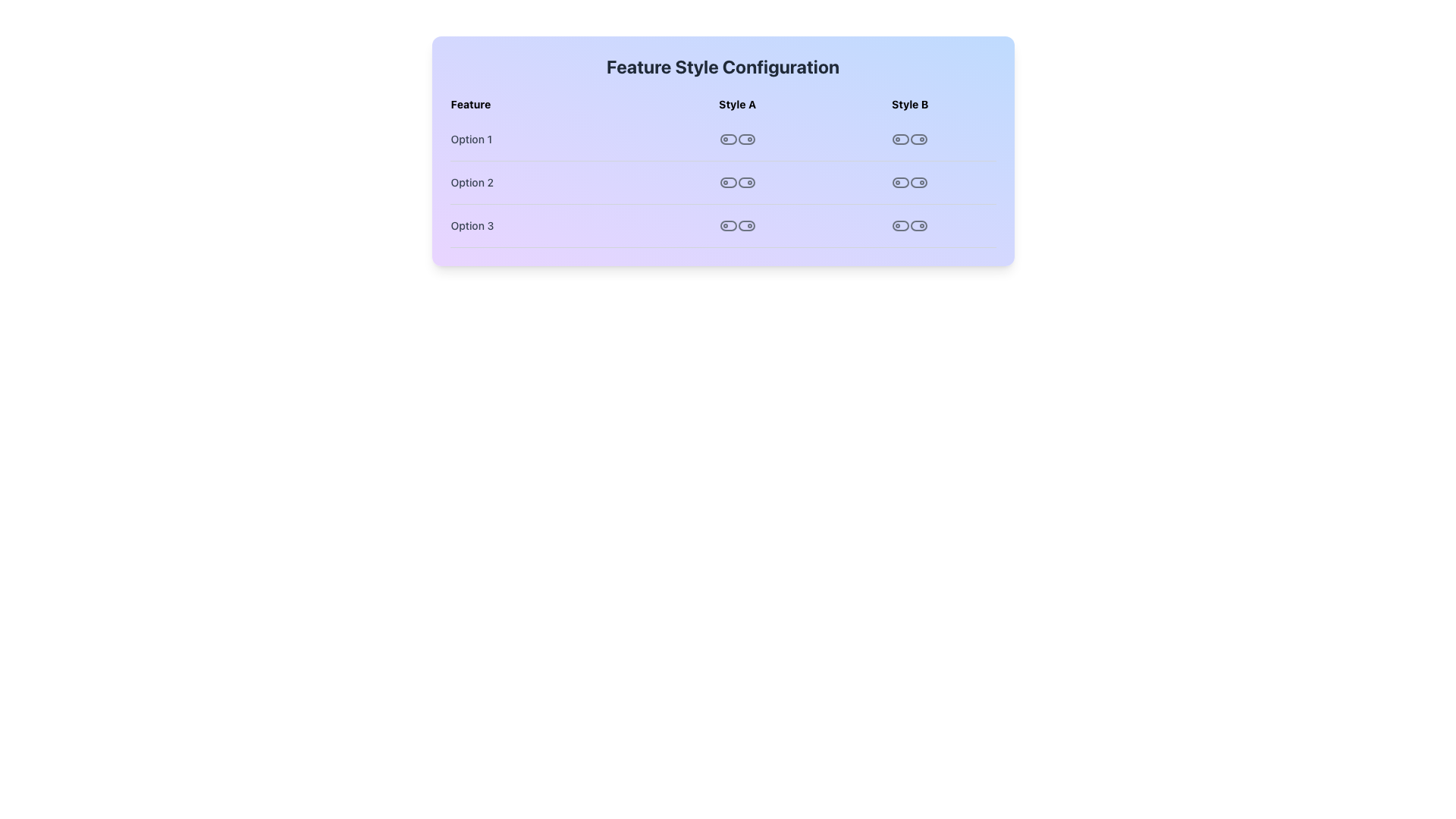 The width and height of the screenshot is (1456, 819). I want to click on the toggle switch for 'Style A' located in the second row of the table, so click(746, 181).